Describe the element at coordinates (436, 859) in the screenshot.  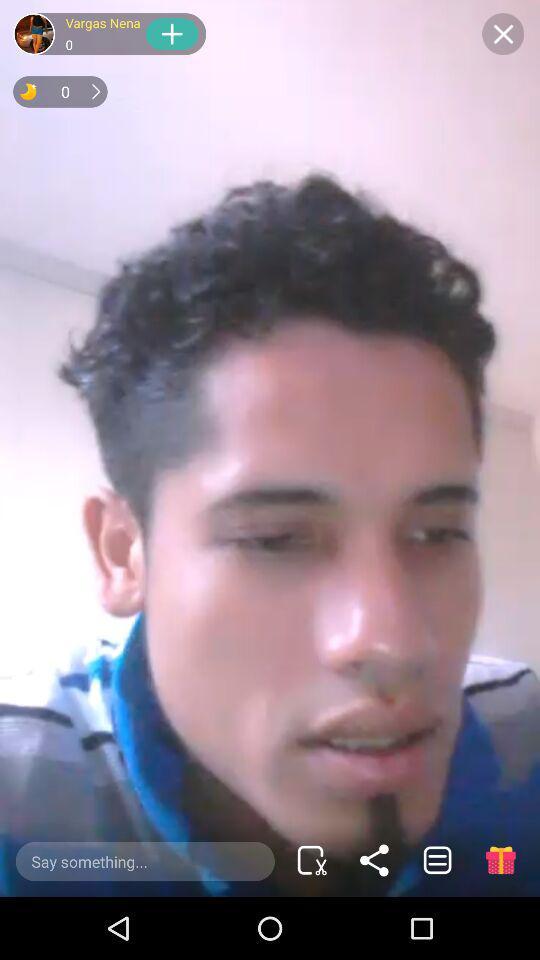
I see `the menu icon` at that location.